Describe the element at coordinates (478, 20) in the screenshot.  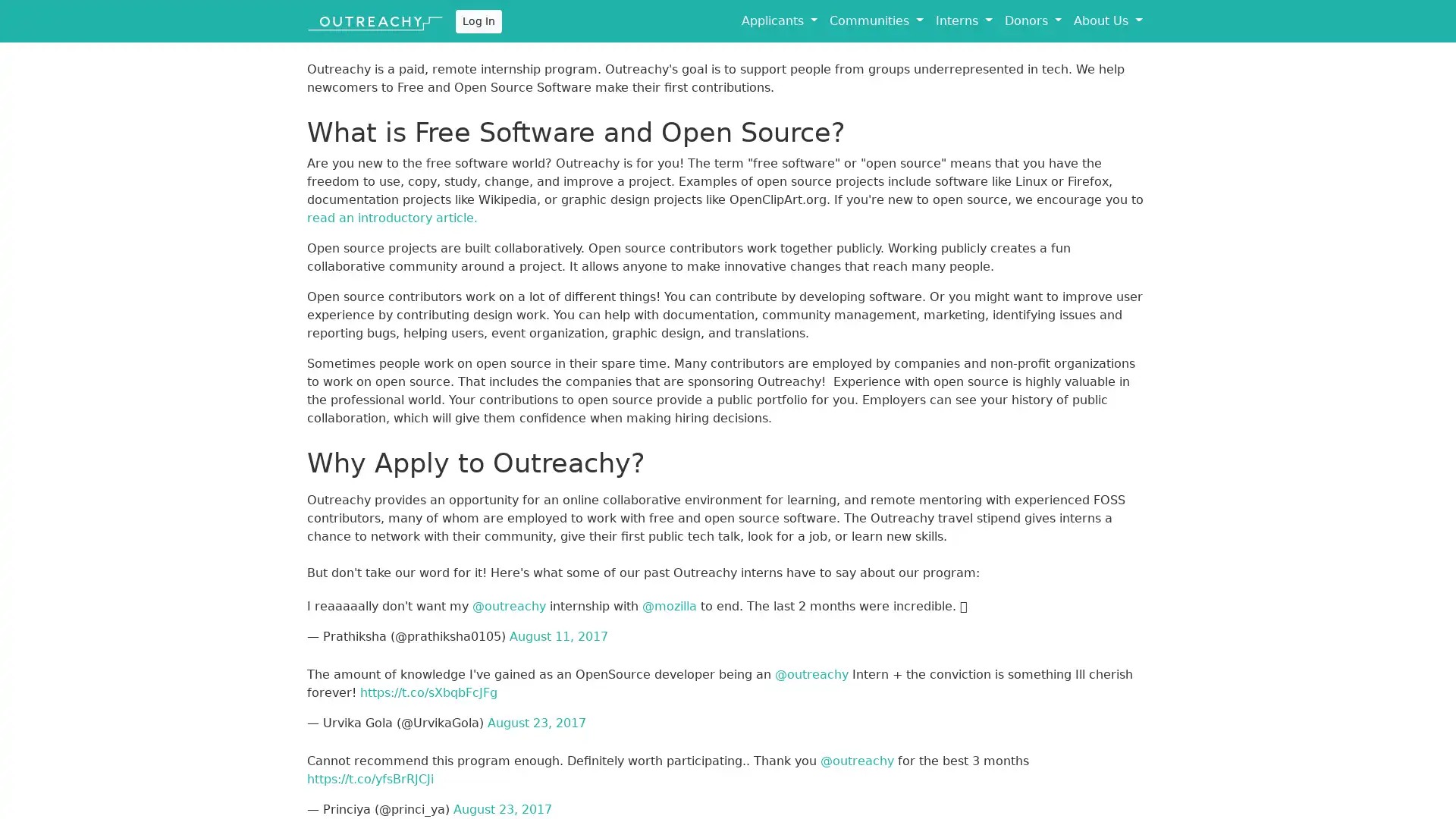
I see `Log In` at that location.